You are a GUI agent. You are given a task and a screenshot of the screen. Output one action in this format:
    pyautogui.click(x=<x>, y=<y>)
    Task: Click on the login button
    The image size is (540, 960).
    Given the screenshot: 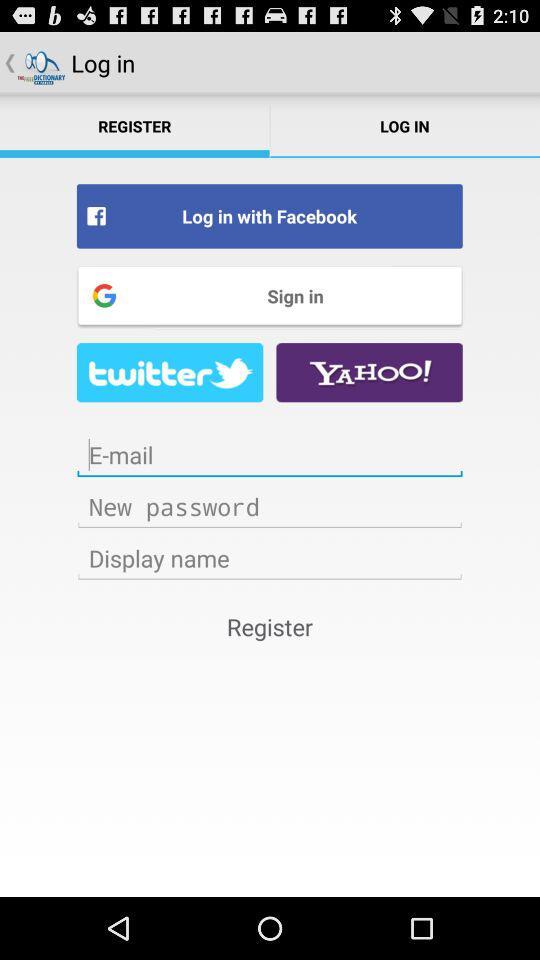 What is the action you would take?
    pyautogui.click(x=270, y=505)
    